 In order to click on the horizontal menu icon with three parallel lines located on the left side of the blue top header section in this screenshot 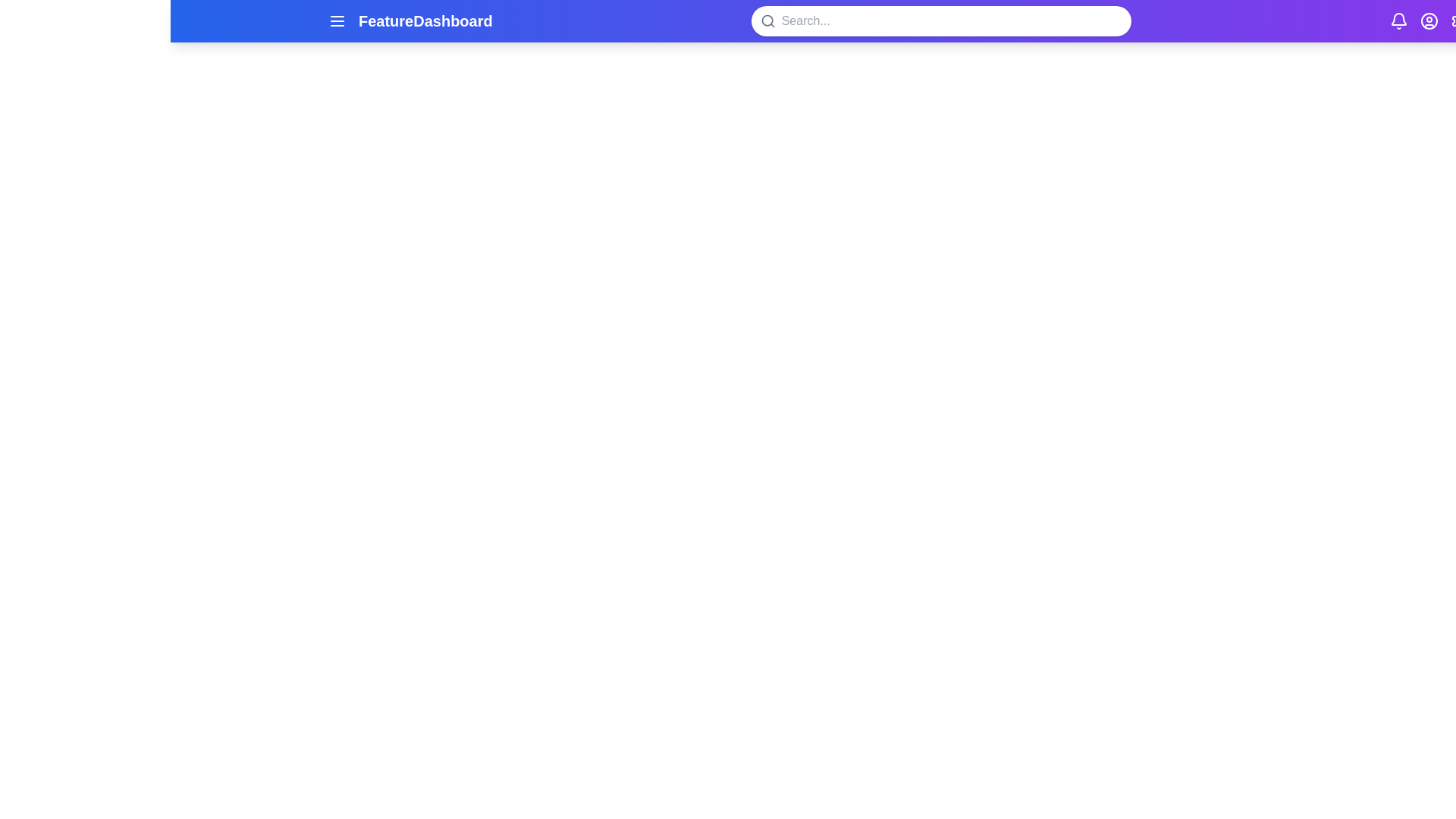, I will do `click(337, 20)`.